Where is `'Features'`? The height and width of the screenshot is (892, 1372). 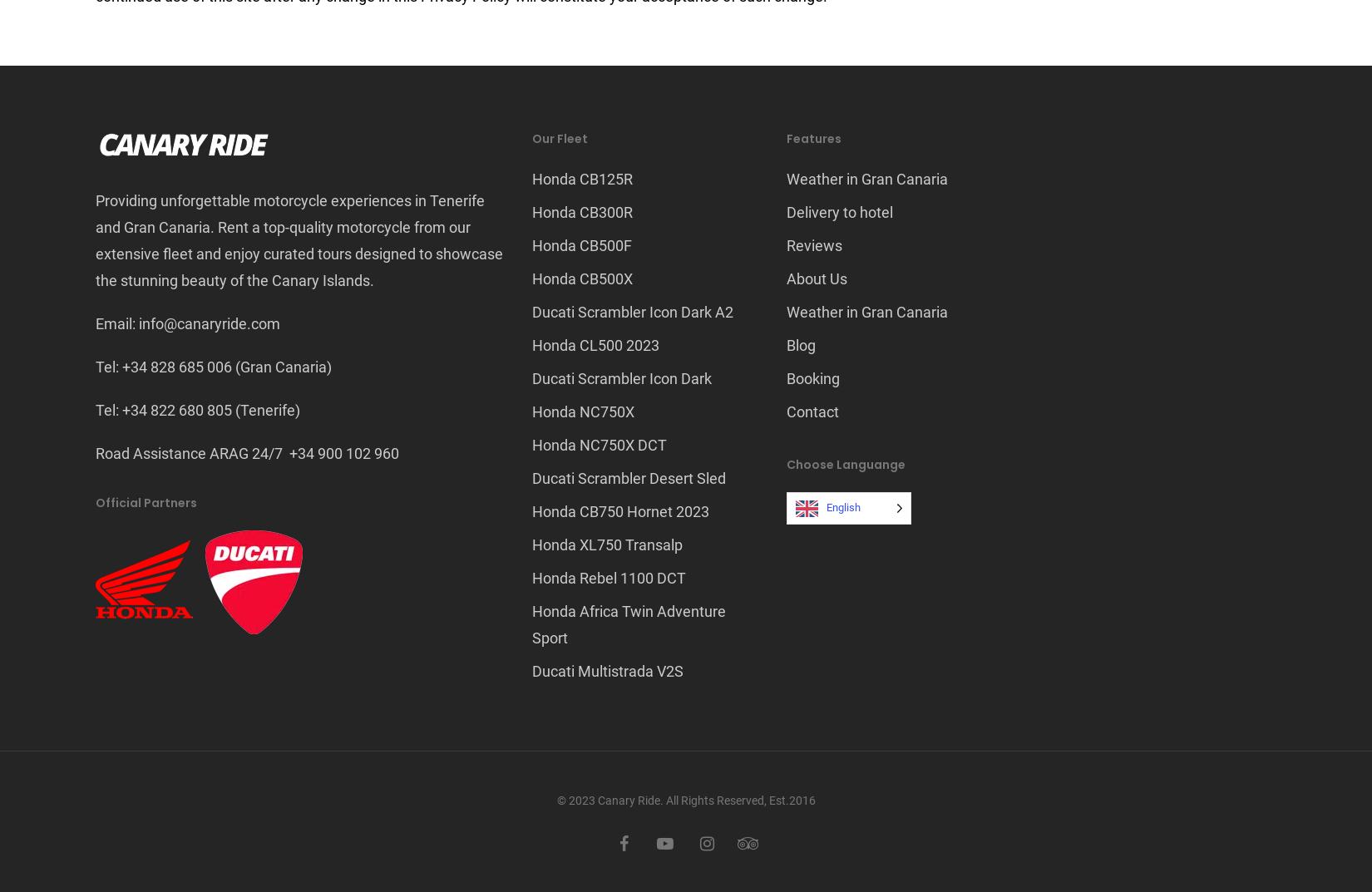
'Features' is located at coordinates (812, 137).